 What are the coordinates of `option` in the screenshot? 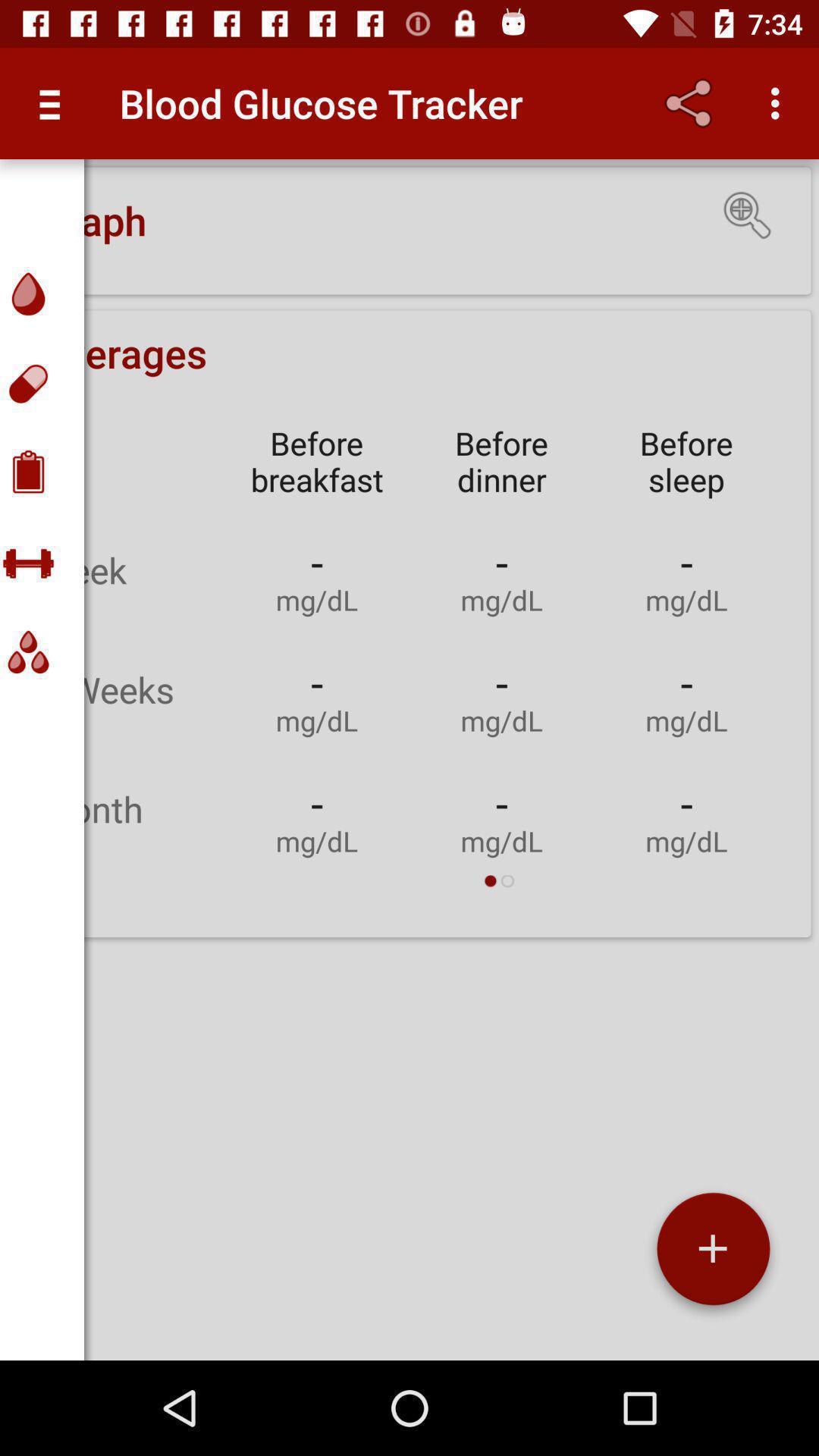 It's located at (713, 1254).